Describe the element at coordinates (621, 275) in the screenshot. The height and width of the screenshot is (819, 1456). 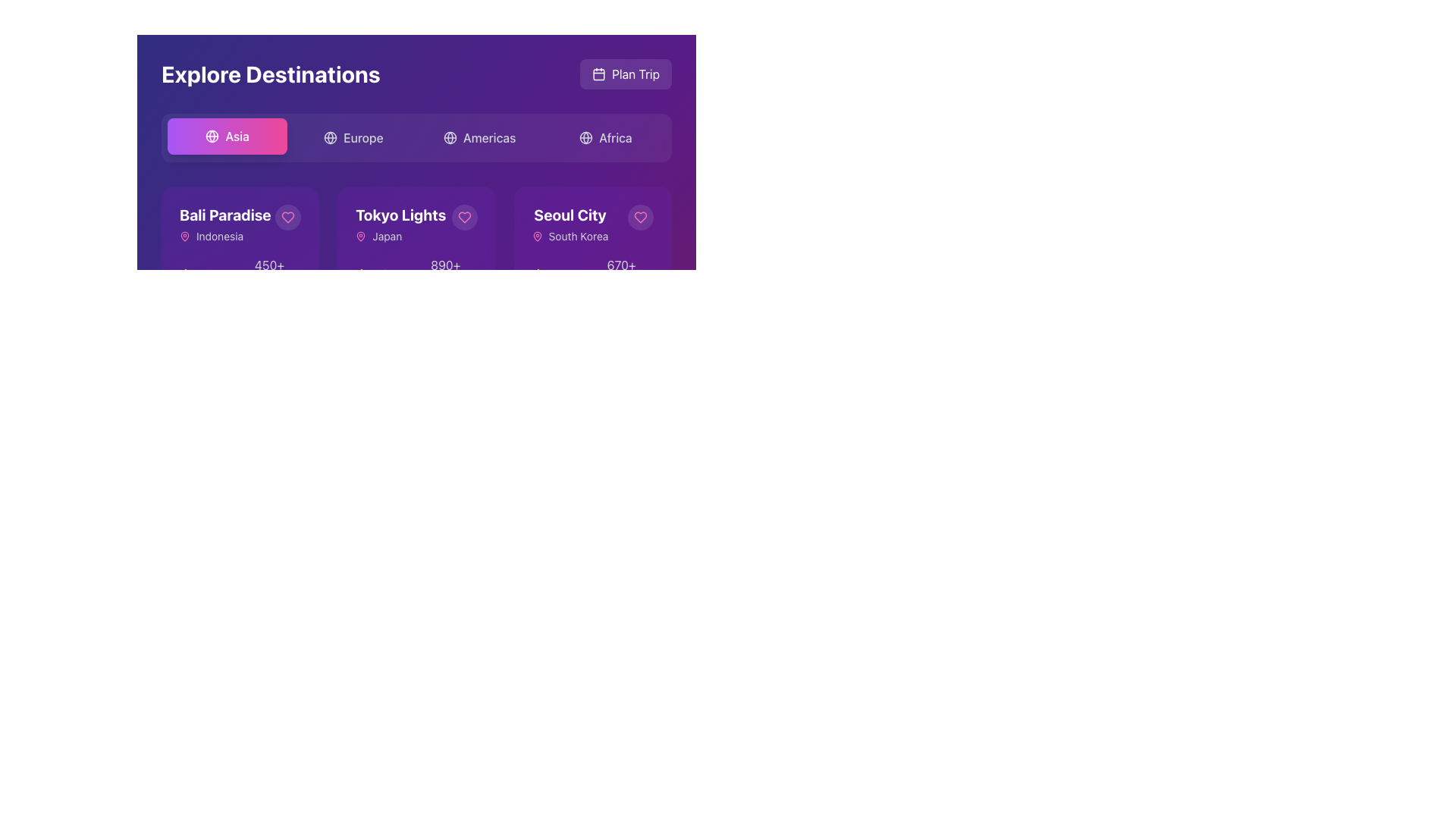
I see `text label displaying the traveler count of '670+ travelers' located in the lower right section of the 'Seoul City' card` at that location.